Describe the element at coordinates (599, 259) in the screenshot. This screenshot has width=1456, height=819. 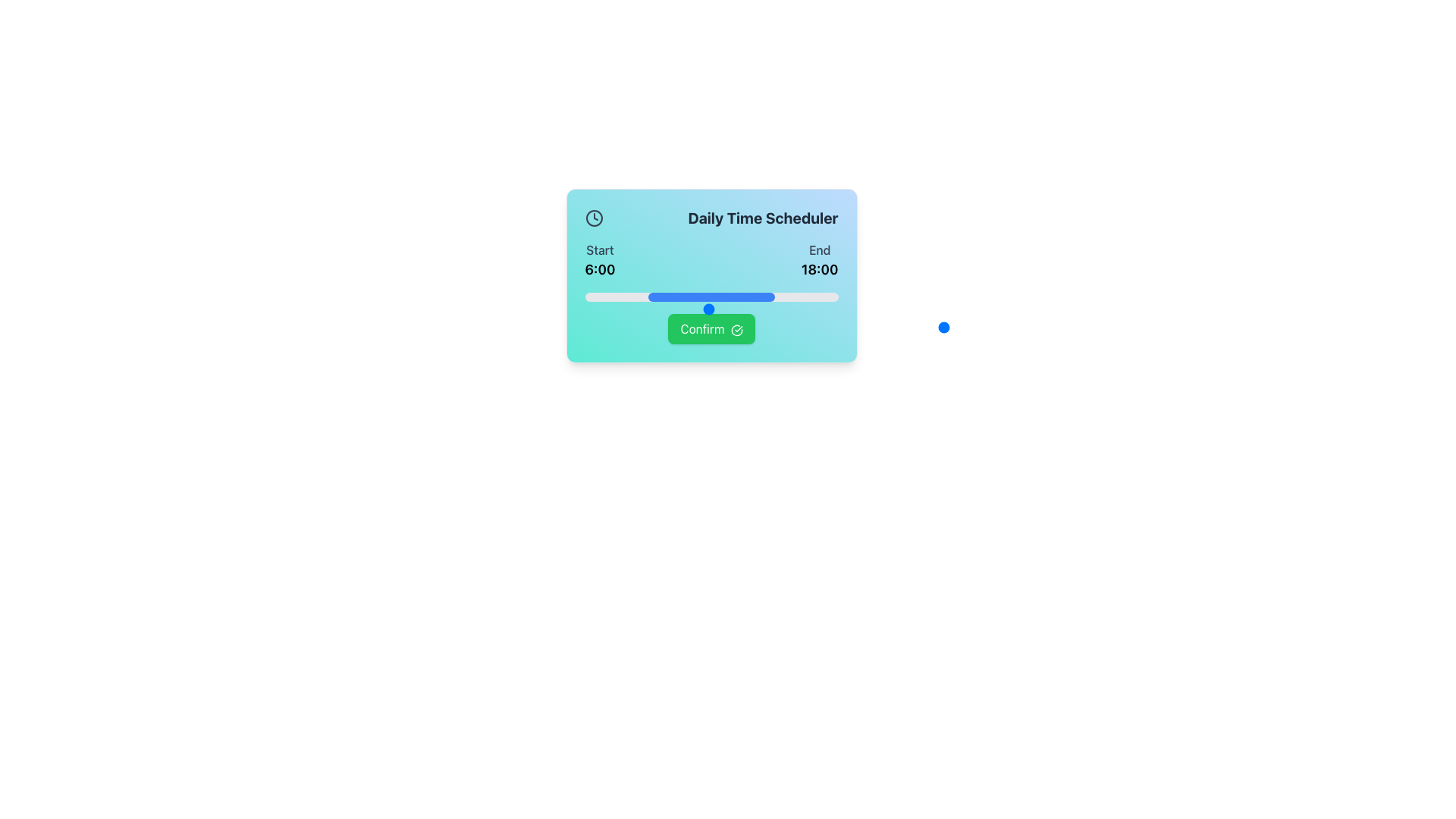
I see `the Static text label displaying 'Start' and '6:00', which is located on a light blue background and is the first element in a horizontal group of similar elements` at that location.